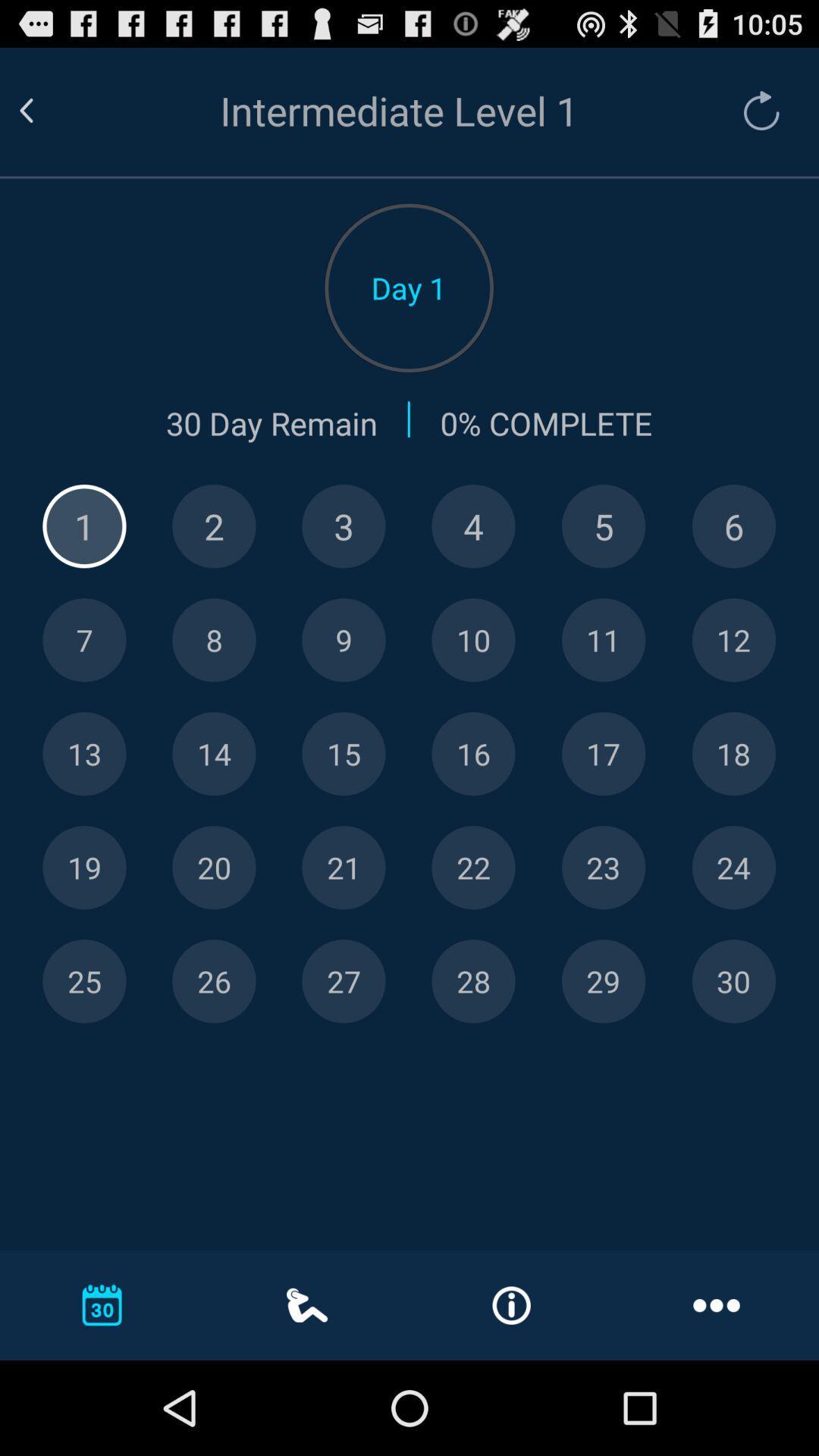  I want to click on day 20, so click(214, 868).